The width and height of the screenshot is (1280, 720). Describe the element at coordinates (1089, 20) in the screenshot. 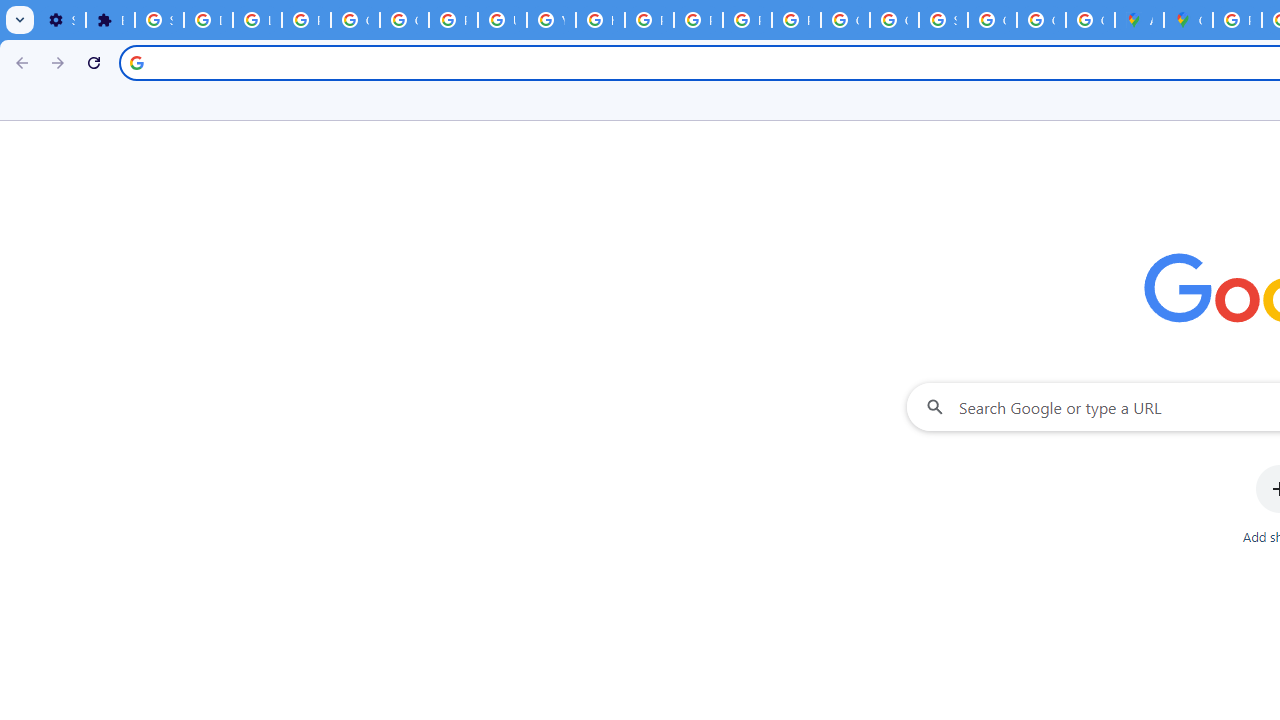

I see `'Create your Google Account'` at that location.